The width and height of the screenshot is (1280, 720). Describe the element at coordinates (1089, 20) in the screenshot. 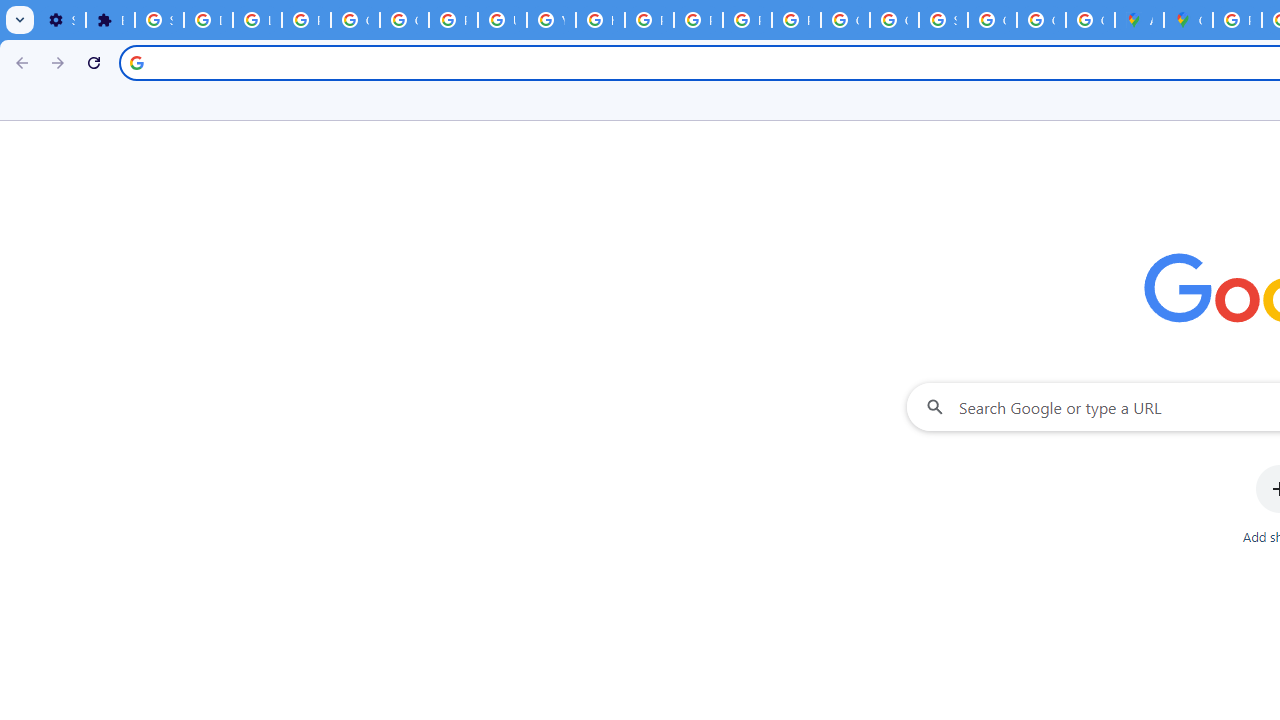

I see `'Create your Google Account'` at that location.